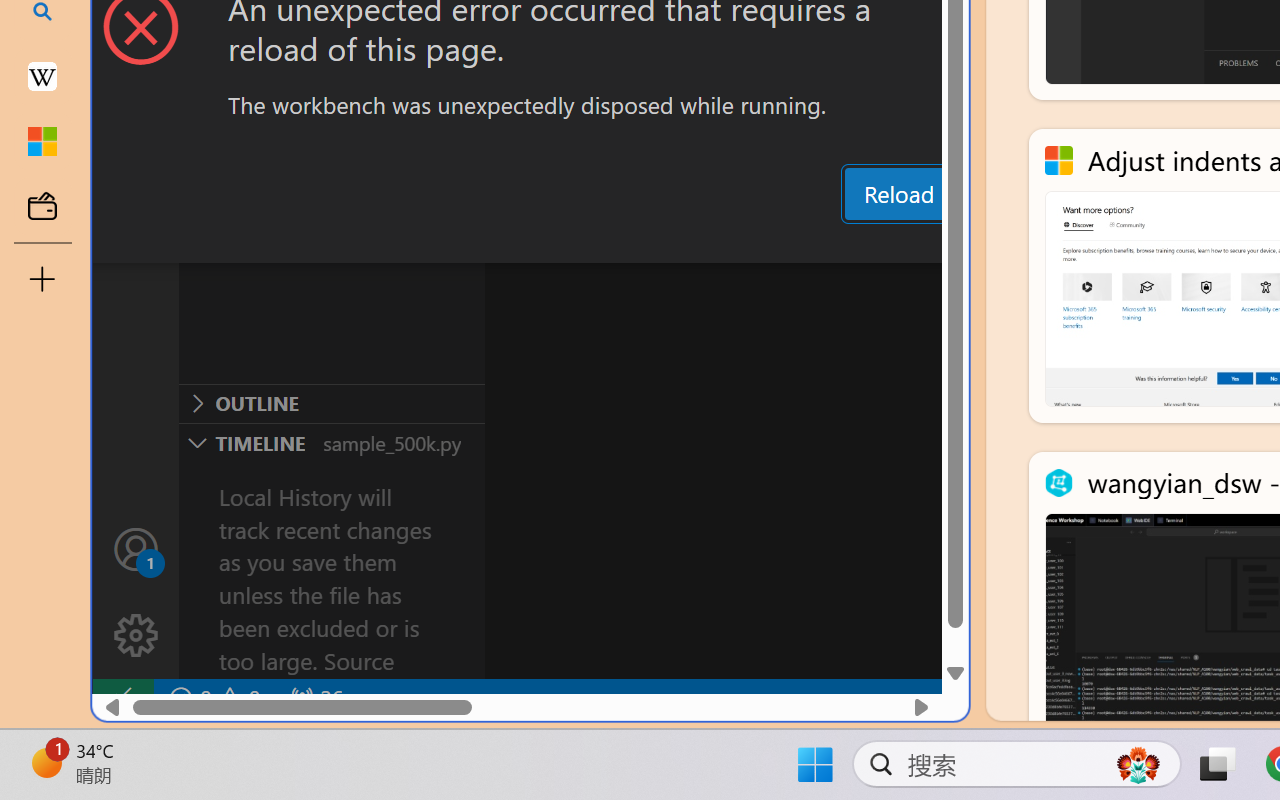 Image resolution: width=1280 pixels, height=800 pixels. What do you see at coordinates (331, 403) in the screenshot?
I see `'Outline Section'` at bounding box center [331, 403].